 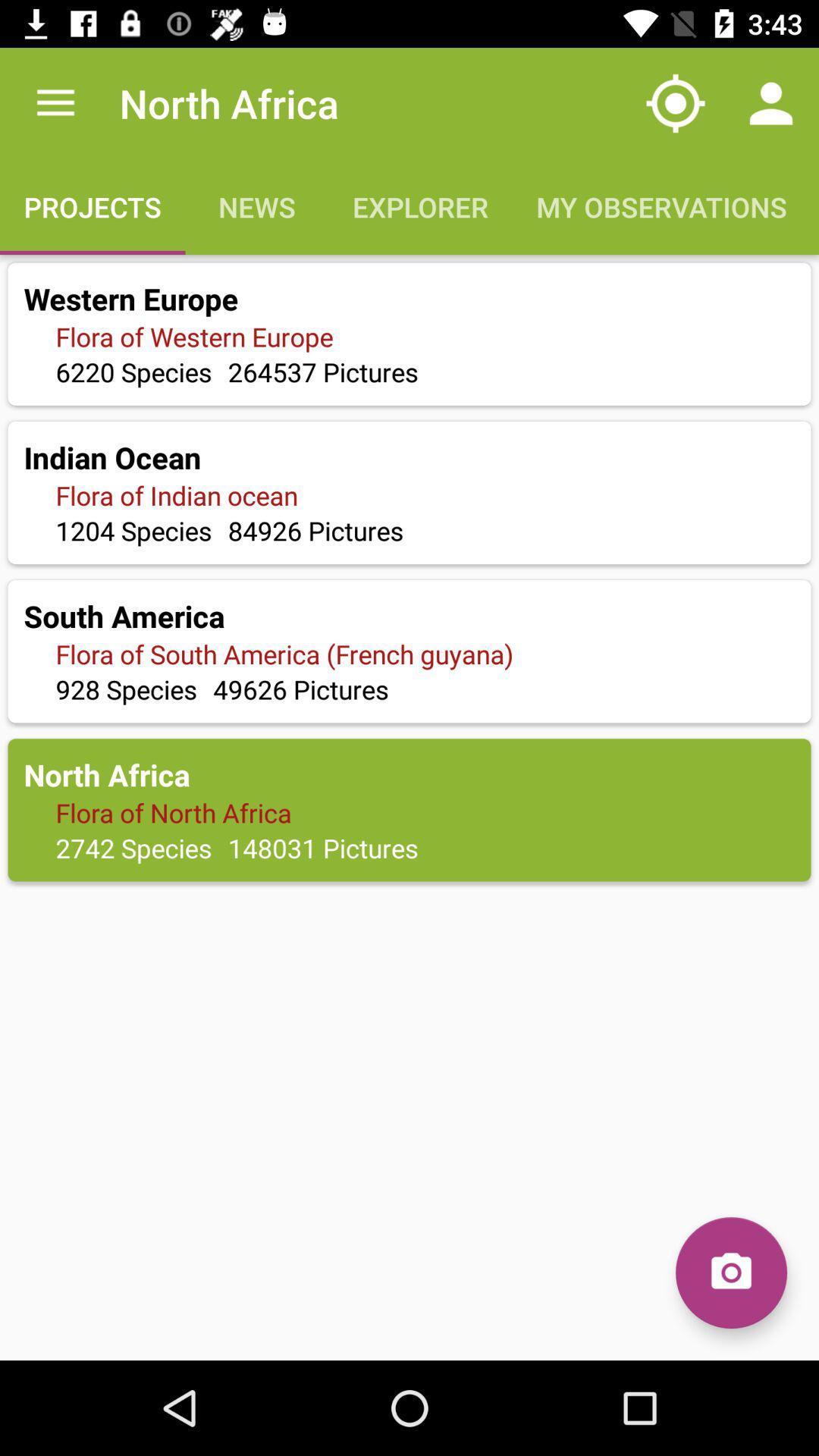 What do you see at coordinates (55, 102) in the screenshot?
I see `item above the projects icon` at bounding box center [55, 102].